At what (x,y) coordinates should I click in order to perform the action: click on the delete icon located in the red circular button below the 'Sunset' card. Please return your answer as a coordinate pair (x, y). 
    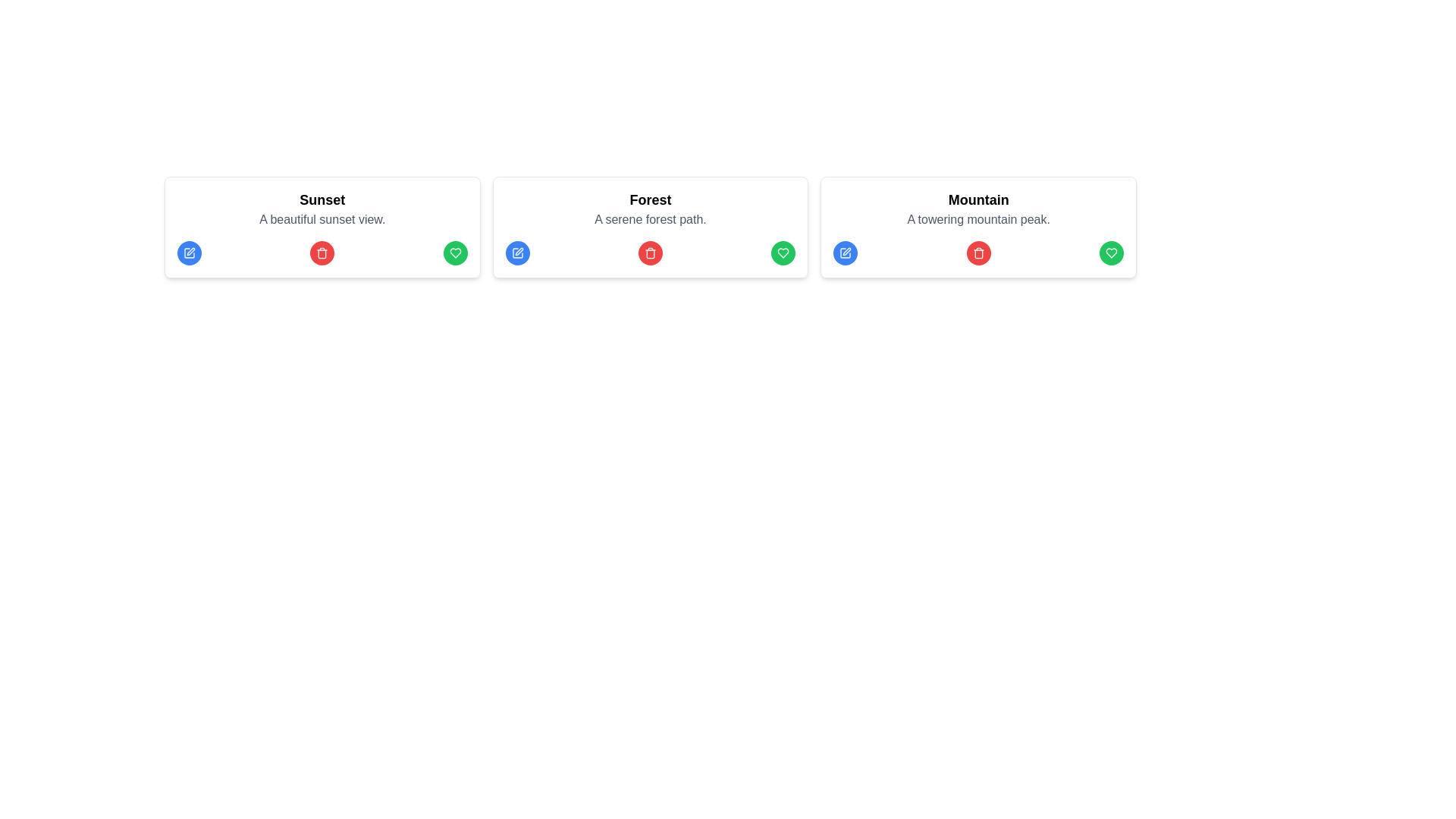
    Looking at the image, I should click on (322, 253).